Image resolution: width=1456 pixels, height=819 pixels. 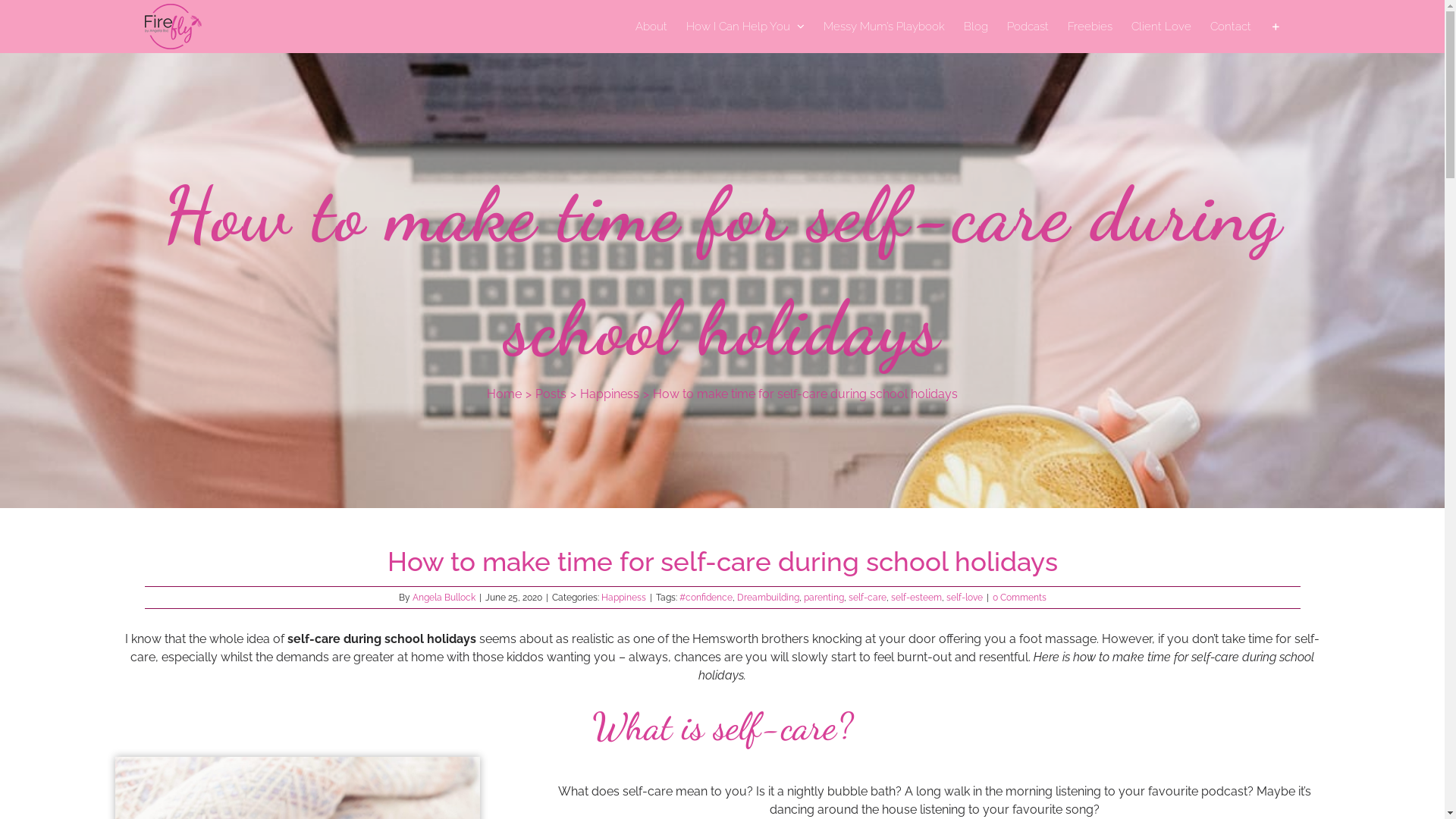 What do you see at coordinates (1230, 26) in the screenshot?
I see `'Contact'` at bounding box center [1230, 26].